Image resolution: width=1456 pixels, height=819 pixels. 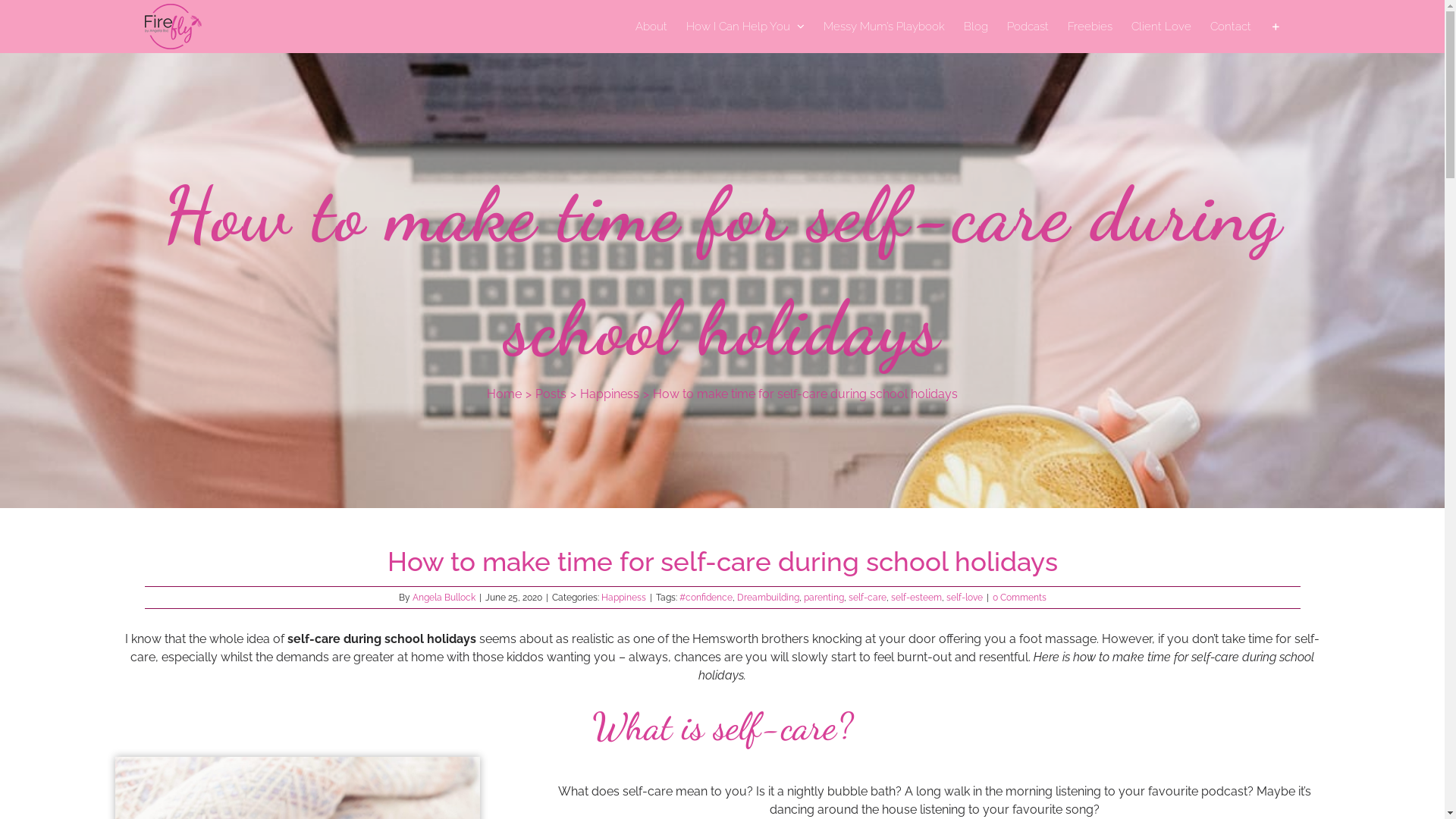 What do you see at coordinates (1230, 26) in the screenshot?
I see `'Contact'` at bounding box center [1230, 26].